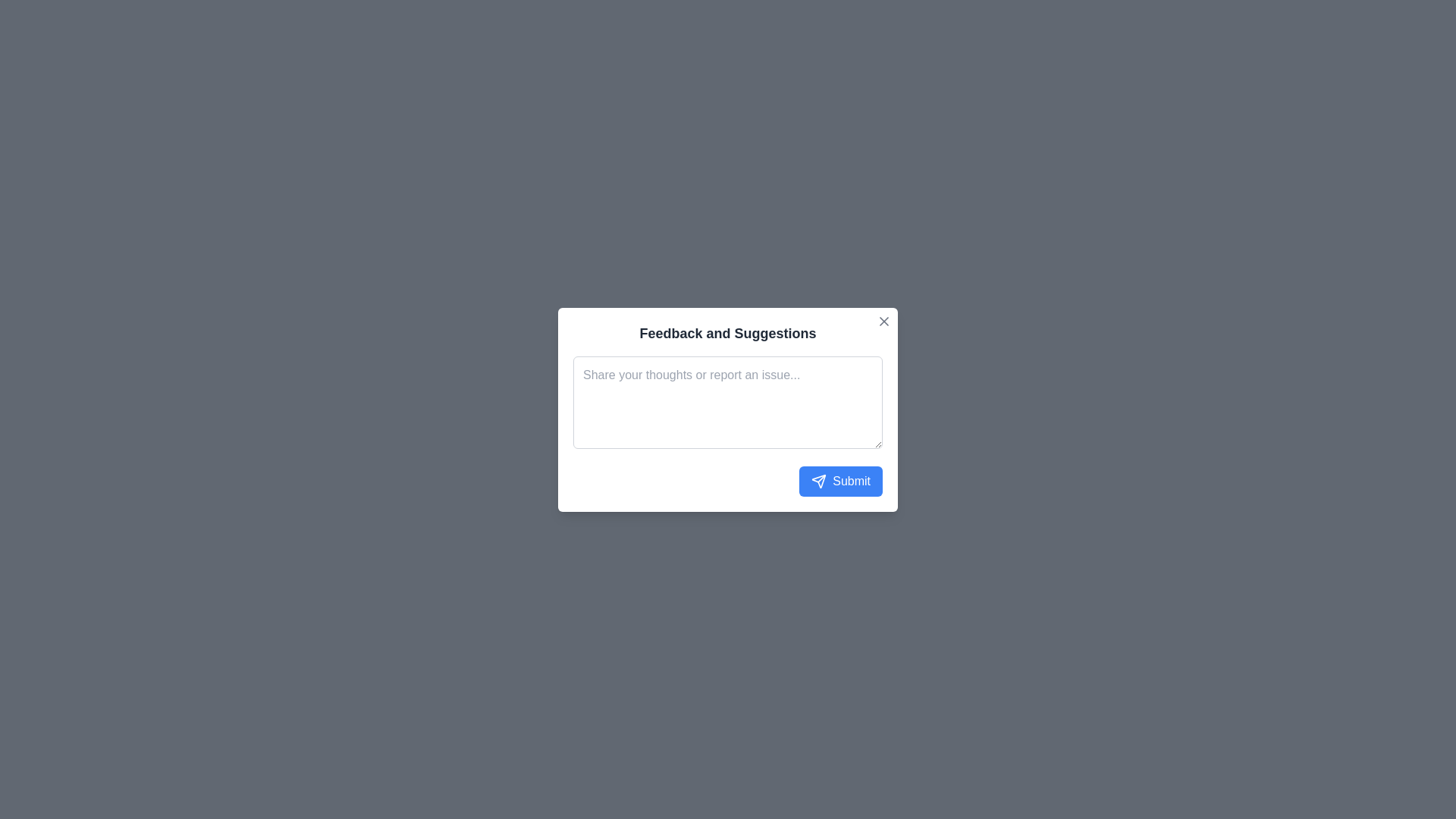 This screenshot has height=819, width=1456. What do you see at coordinates (839, 480) in the screenshot?
I see `submit button to send feedback` at bounding box center [839, 480].